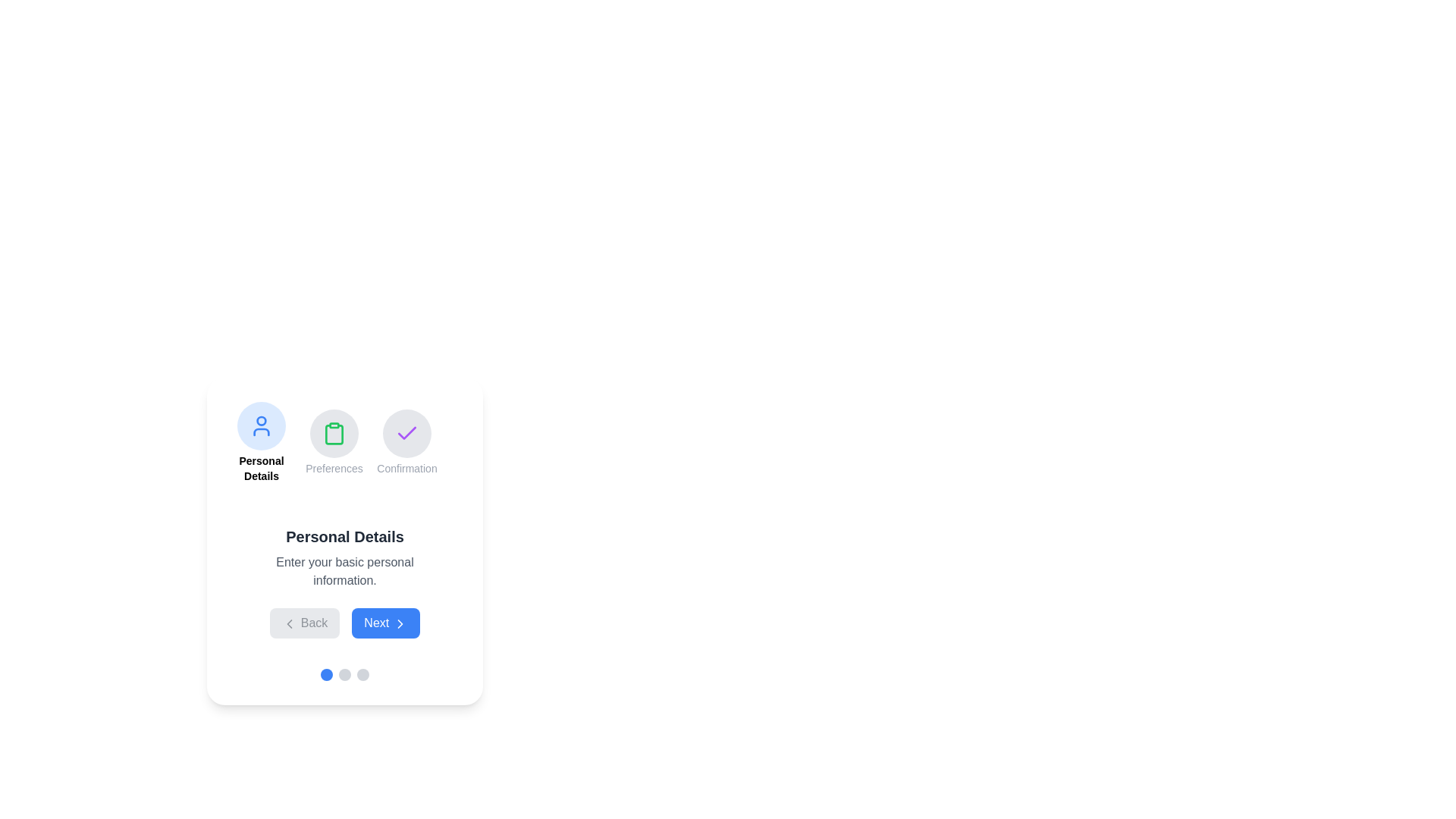  What do you see at coordinates (262, 432) in the screenshot?
I see `the decorative shape within the user icon in the 'Personal Details' section, which is located at the top of the card layout` at bounding box center [262, 432].